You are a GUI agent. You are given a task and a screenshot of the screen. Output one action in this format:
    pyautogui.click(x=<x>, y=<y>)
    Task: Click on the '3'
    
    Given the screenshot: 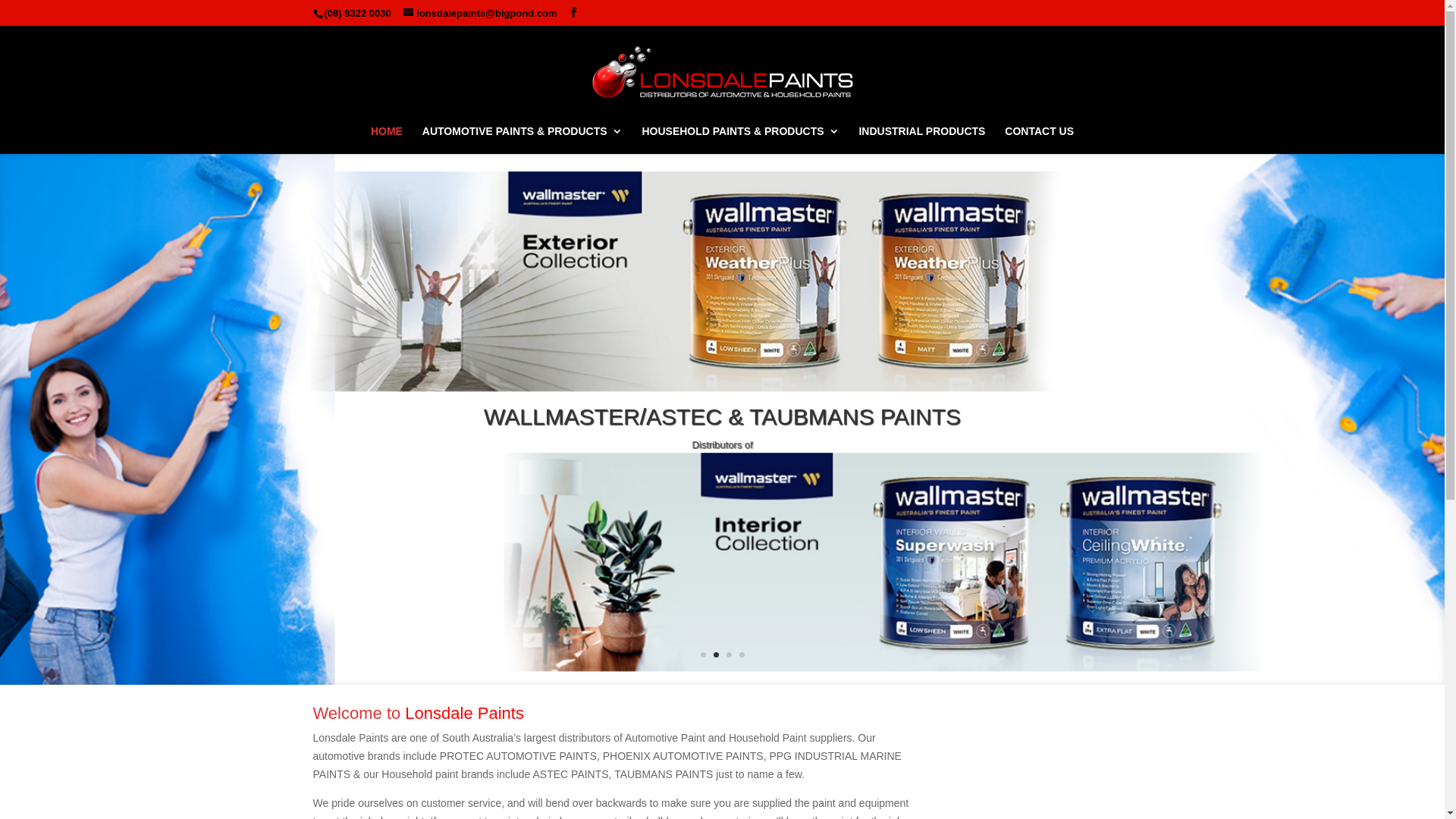 What is the action you would take?
    pyautogui.click(x=726, y=654)
    